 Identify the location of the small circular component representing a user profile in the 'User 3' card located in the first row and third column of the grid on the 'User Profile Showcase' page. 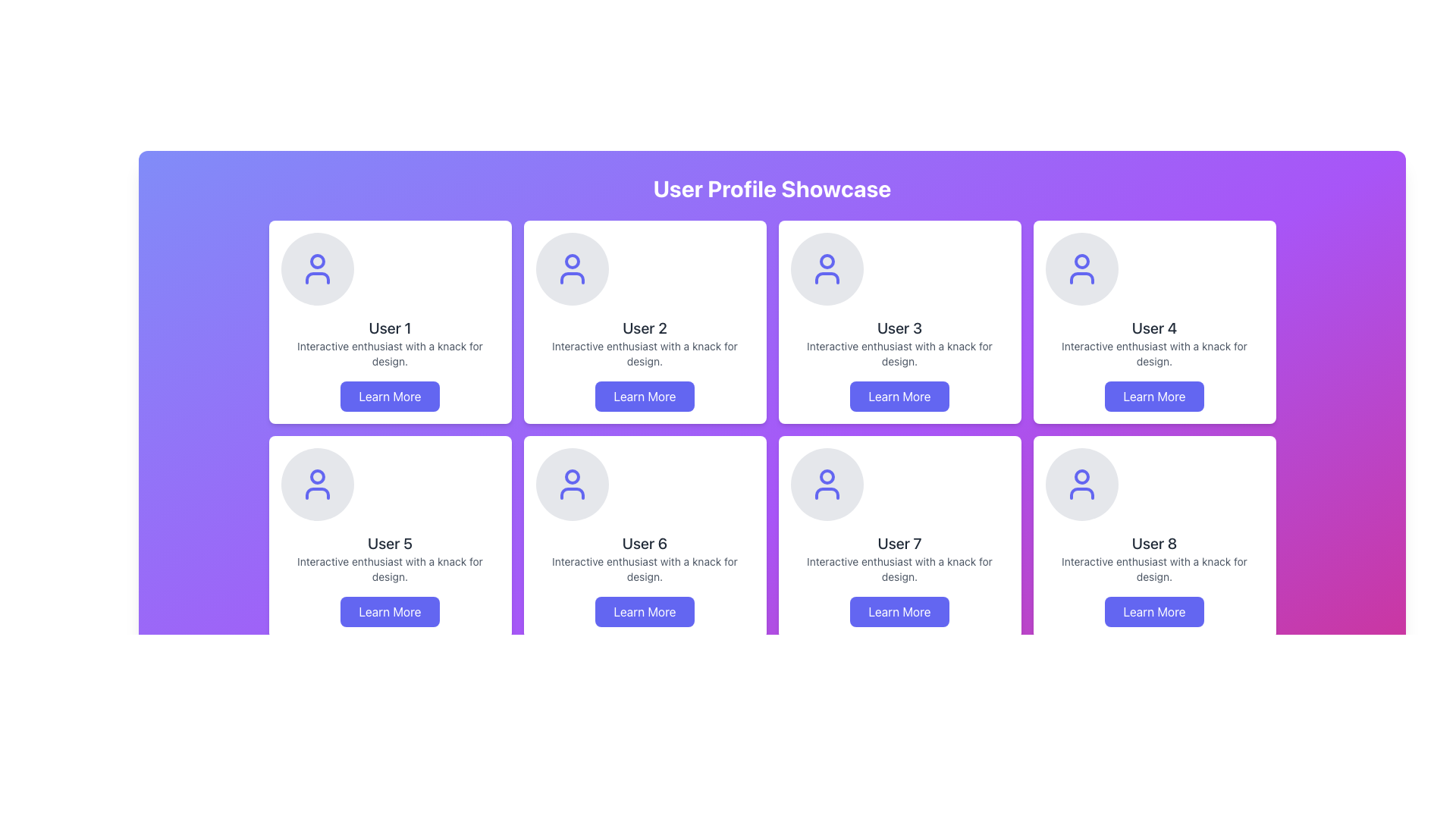
(826, 260).